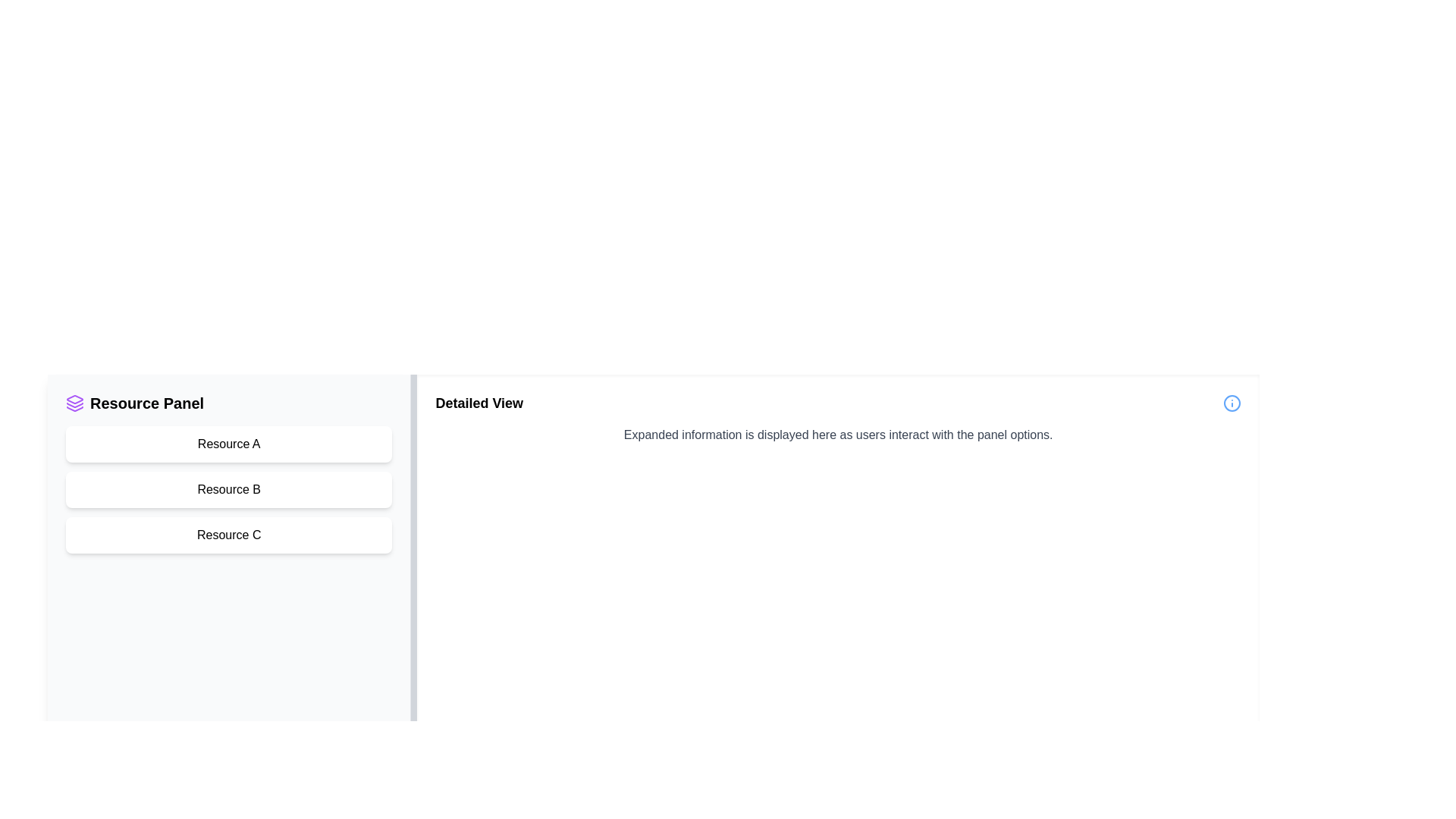 The height and width of the screenshot is (819, 1456). I want to click on the purple graphical icon component, which is a stack of rectangles with rounded edges, located next to the 'Resource Panel' text, so click(74, 403).